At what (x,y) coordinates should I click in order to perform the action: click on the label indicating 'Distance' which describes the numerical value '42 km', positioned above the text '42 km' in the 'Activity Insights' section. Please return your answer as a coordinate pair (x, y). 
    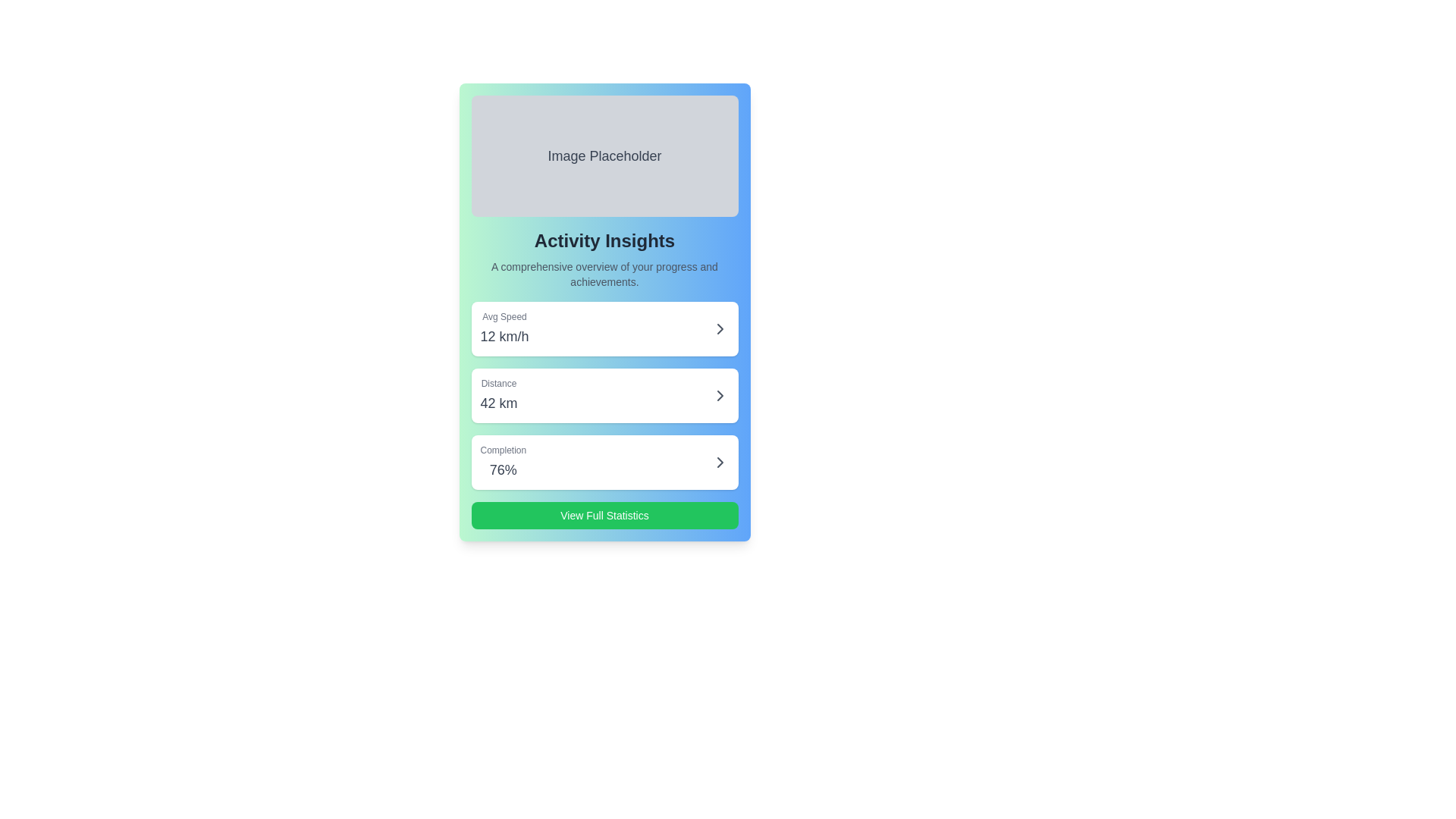
    Looking at the image, I should click on (498, 382).